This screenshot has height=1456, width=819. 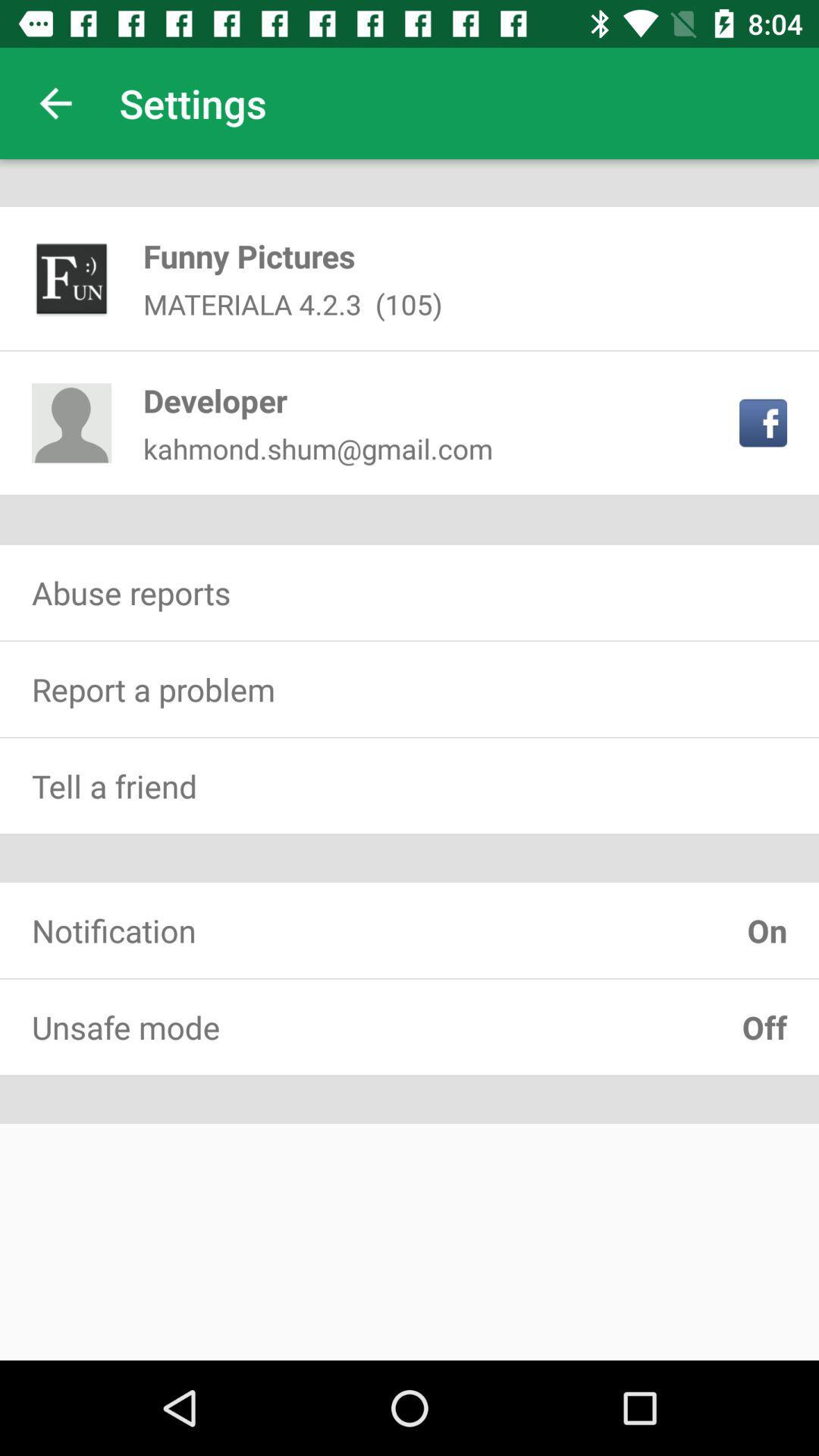 What do you see at coordinates (55, 102) in the screenshot?
I see `item next to the settings item` at bounding box center [55, 102].